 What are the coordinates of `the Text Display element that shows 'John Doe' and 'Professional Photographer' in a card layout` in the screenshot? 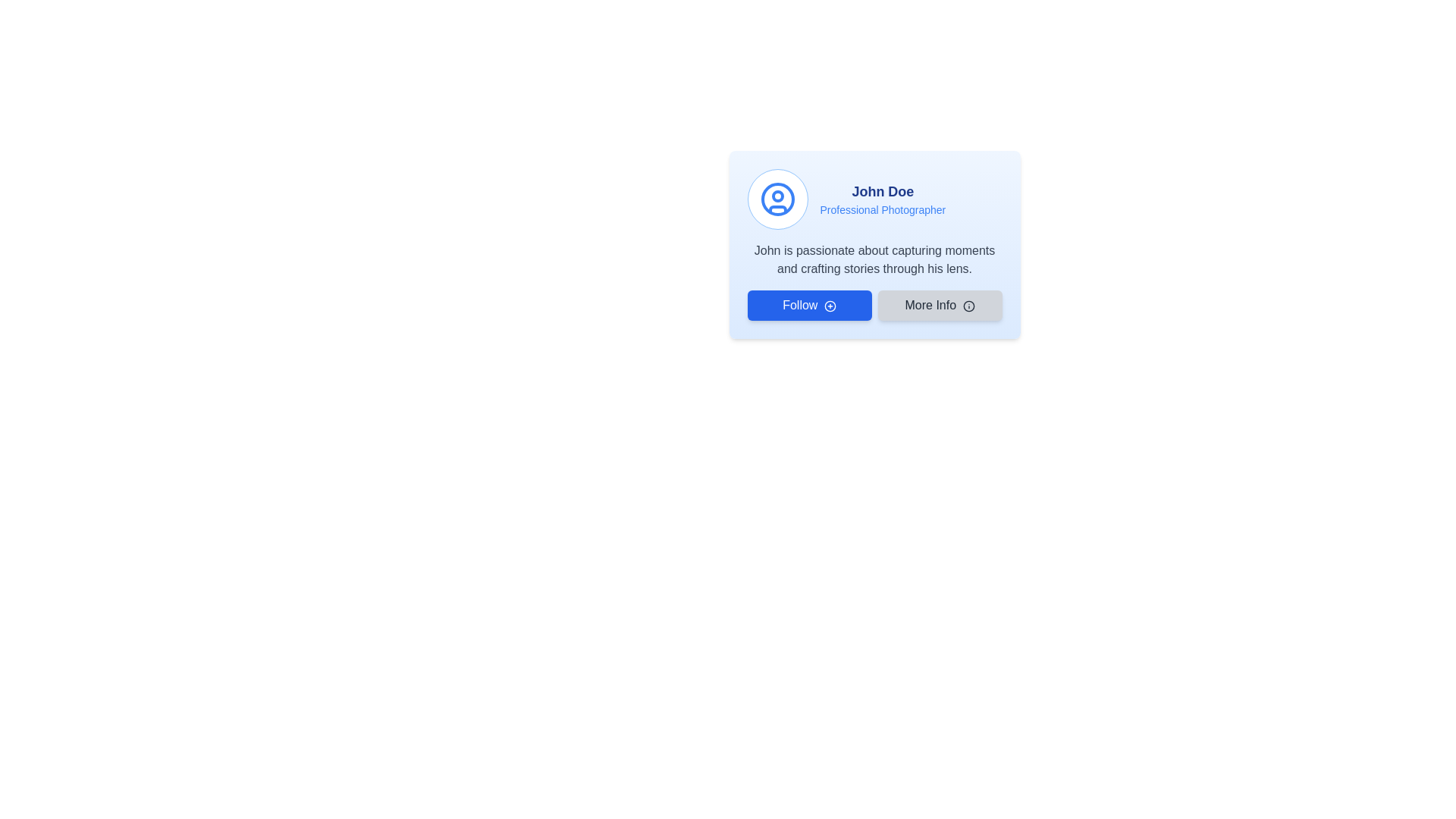 It's located at (883, 198).